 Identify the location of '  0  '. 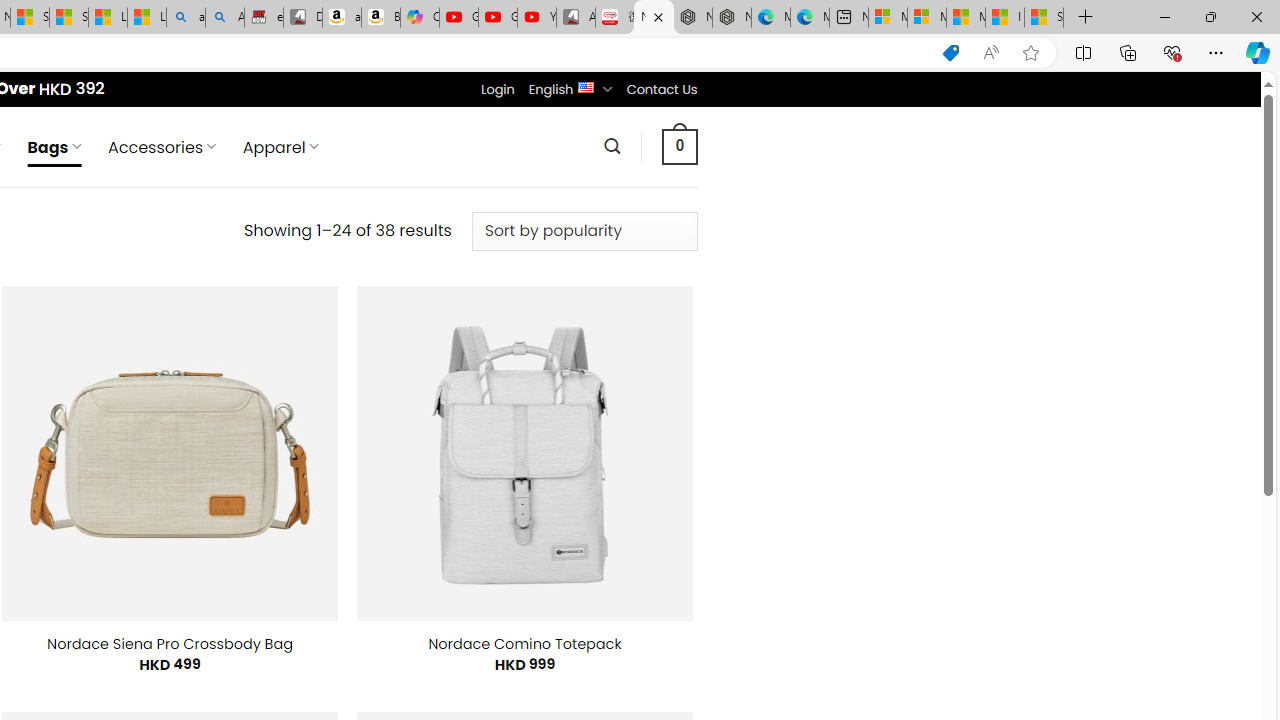
(679, 145).